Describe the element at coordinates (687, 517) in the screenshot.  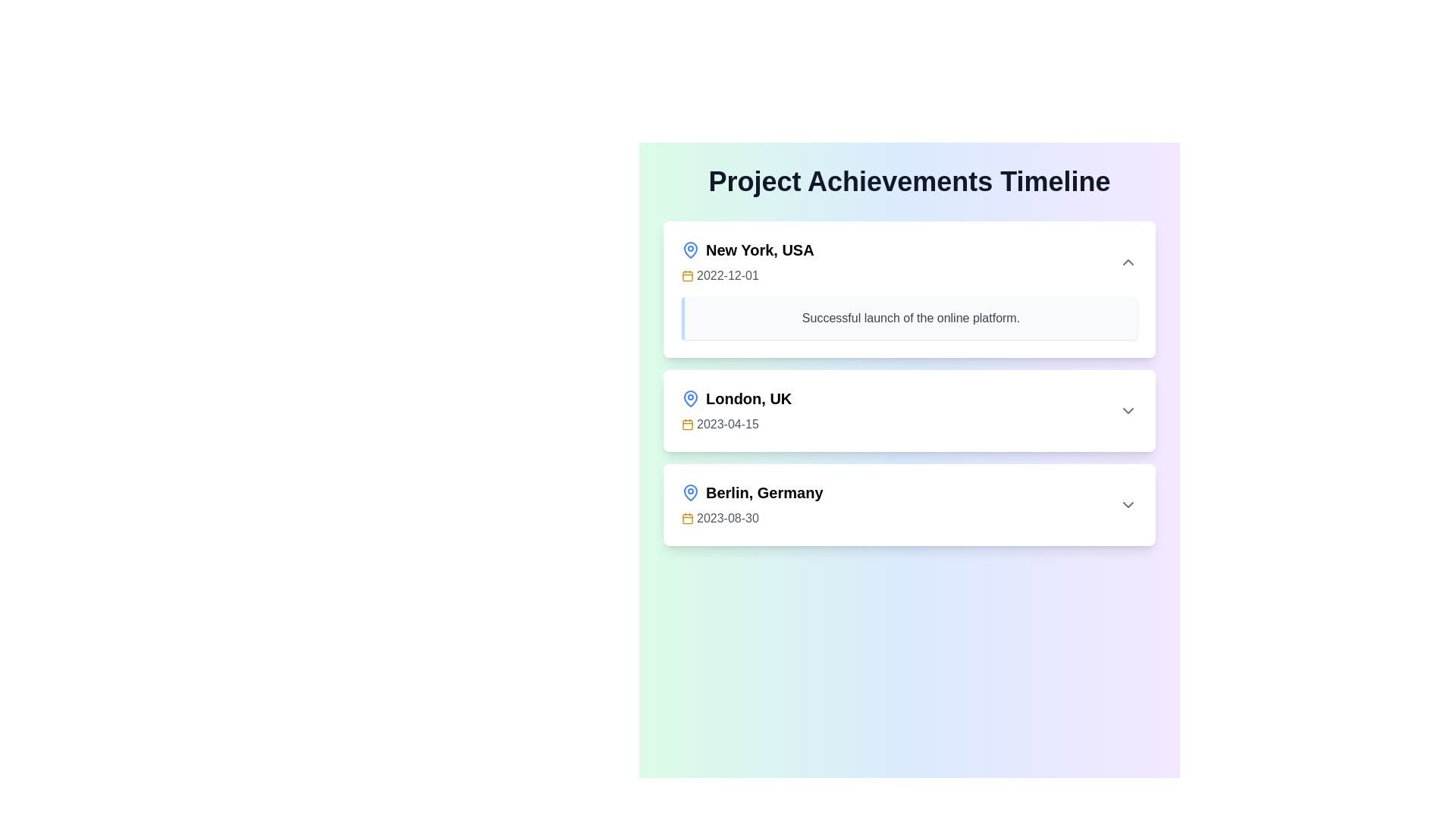
I see `the icon associated with the date '2023-08-30' in the third timeline item under 'Berlin, Germany' to view its styling details` at that location.